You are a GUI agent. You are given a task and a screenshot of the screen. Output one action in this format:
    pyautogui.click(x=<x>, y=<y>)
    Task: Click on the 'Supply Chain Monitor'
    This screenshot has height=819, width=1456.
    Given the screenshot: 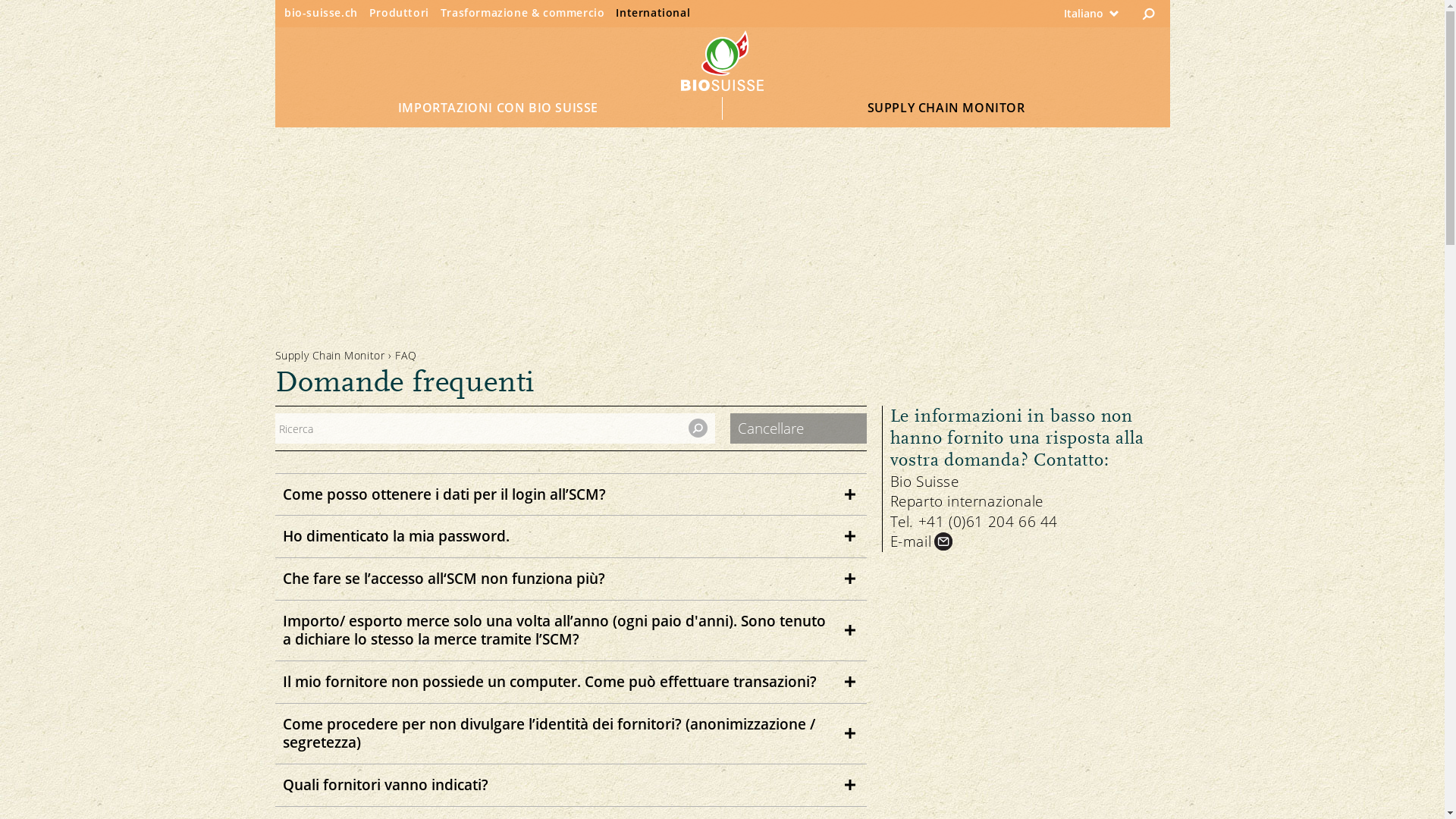 What is the action you would take?
    pyautogui.click(x=328, y=355)
    